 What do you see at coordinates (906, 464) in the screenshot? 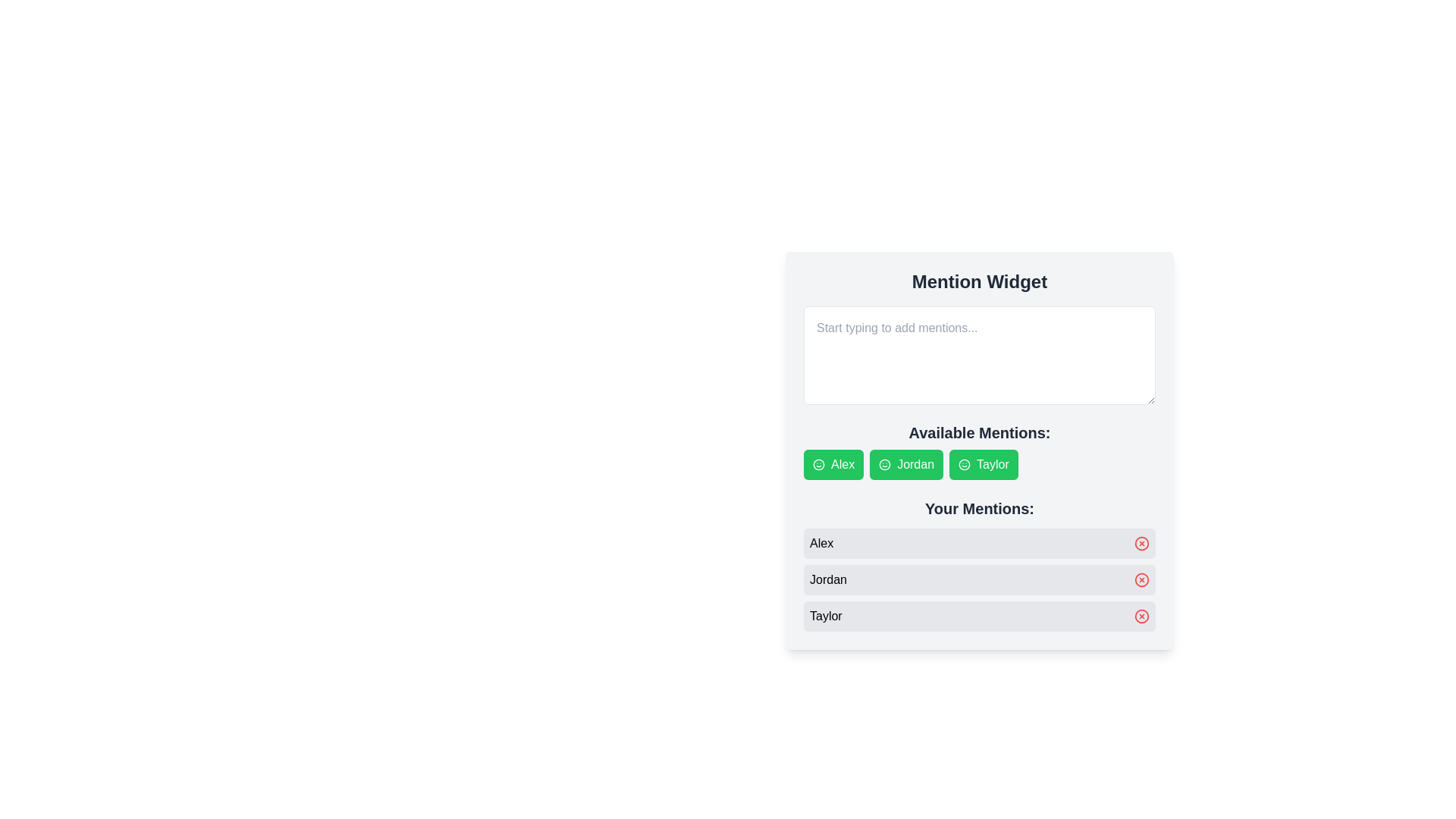
I see `the second button labeled 'Jordan' in the 'Available Mentions' section` at bounding box center [906, 464].